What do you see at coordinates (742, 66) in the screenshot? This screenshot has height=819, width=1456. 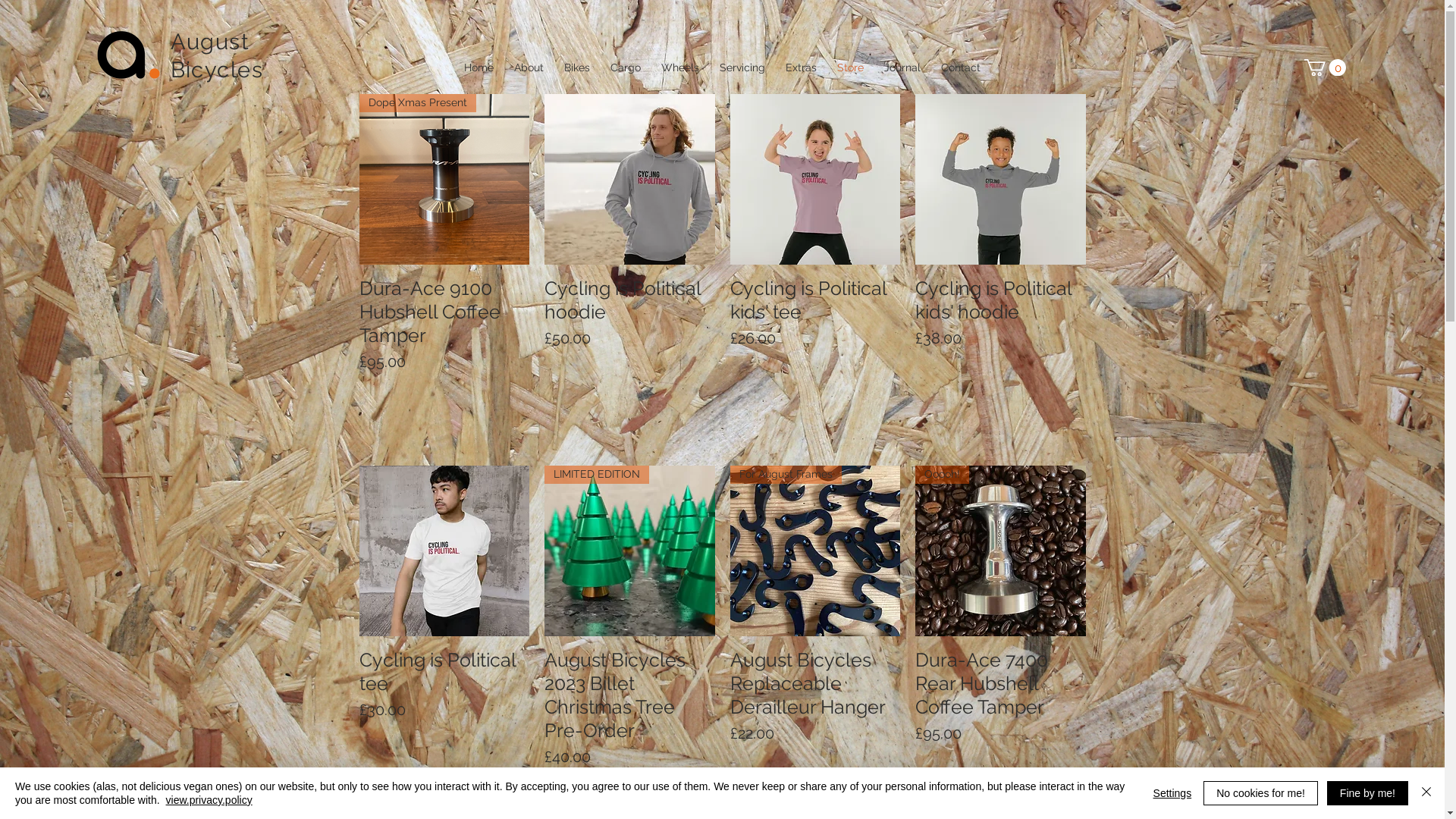 I see `'Servicing'` at bounding box center [742, 66].